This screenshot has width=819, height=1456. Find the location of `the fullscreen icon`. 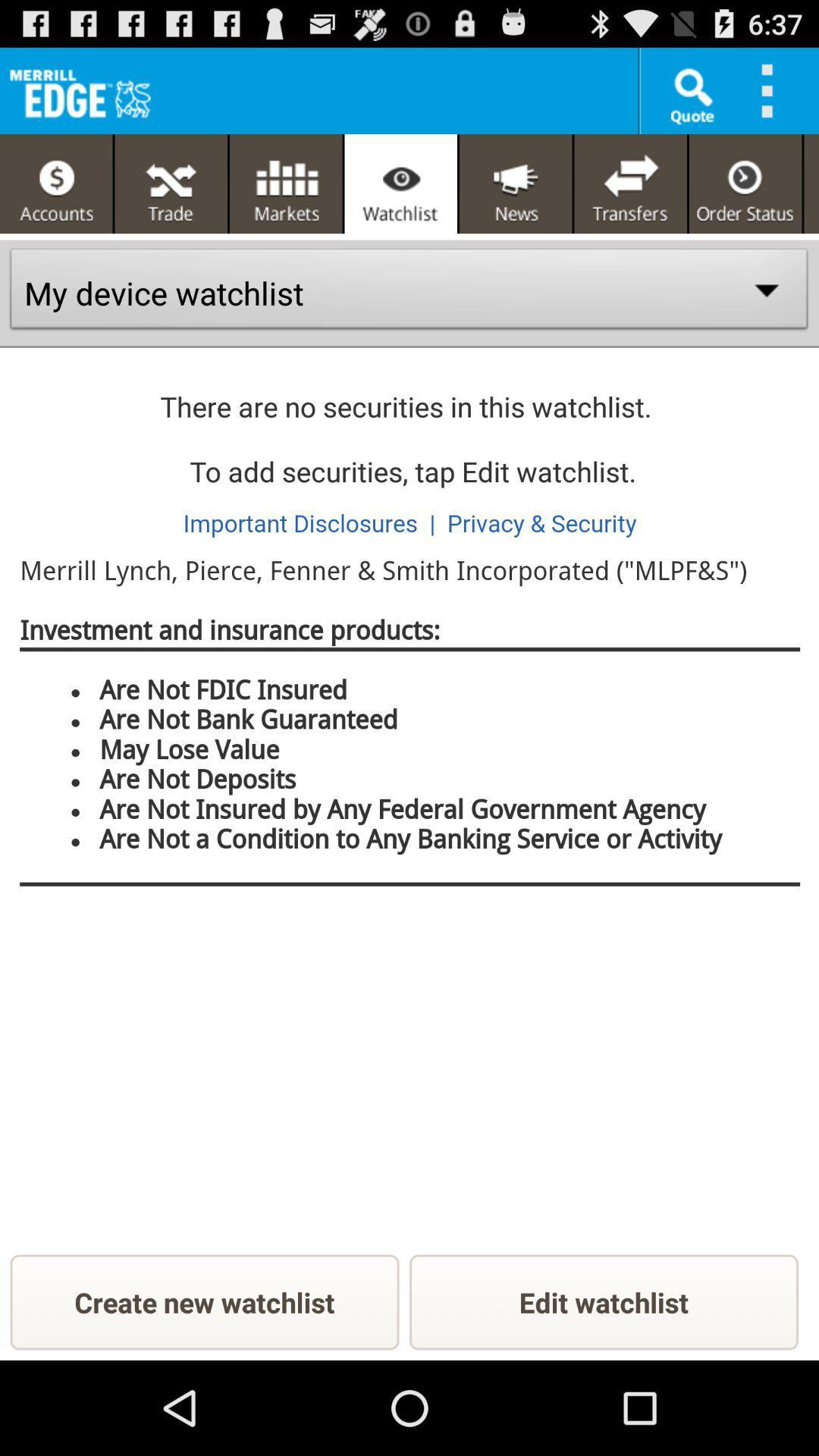

the fullscreen icon is located at coordinates (171, 196).